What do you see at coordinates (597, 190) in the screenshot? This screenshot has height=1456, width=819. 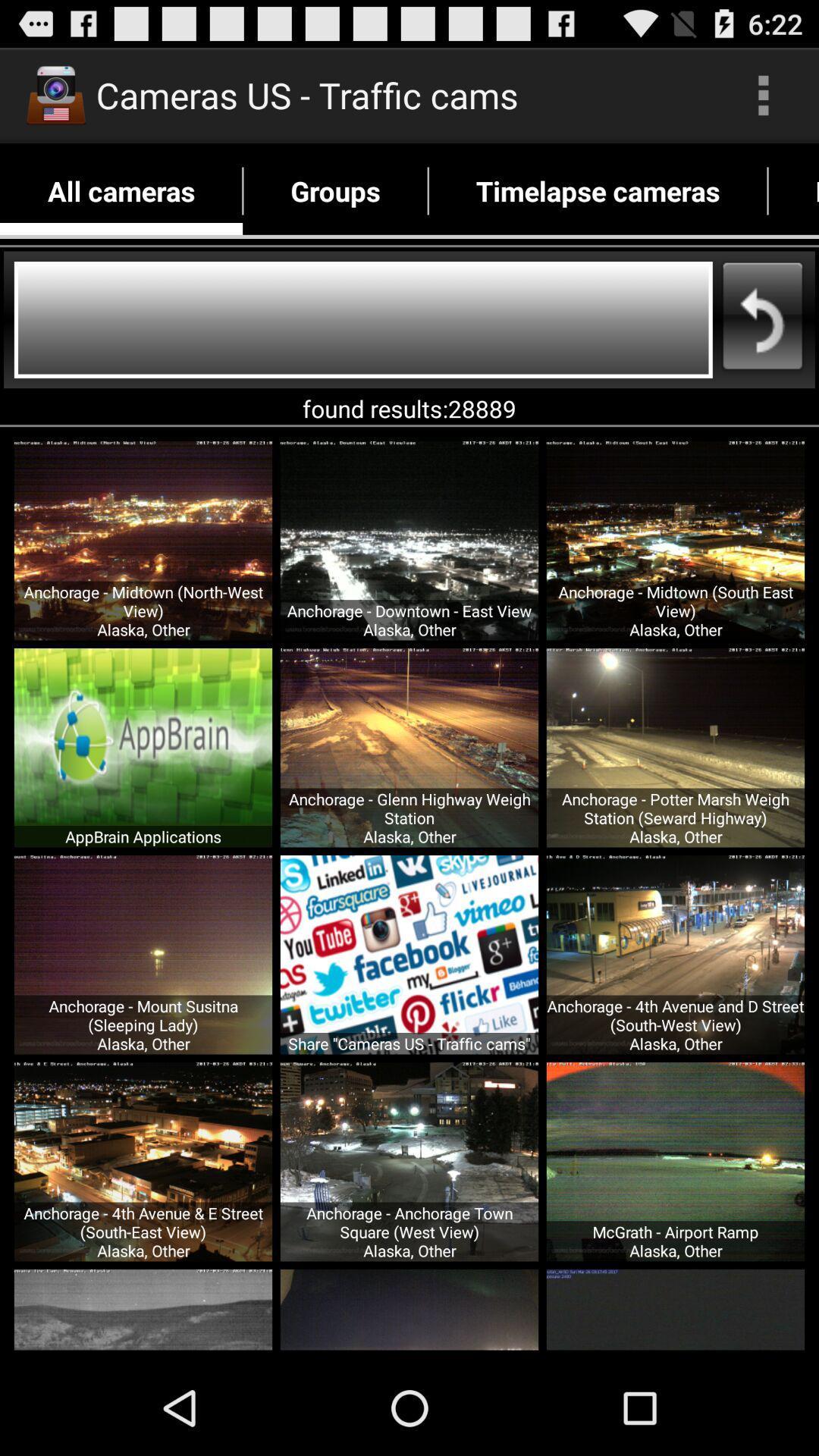 I see `the timelapse cameras item` at bounding box center [597, 190].